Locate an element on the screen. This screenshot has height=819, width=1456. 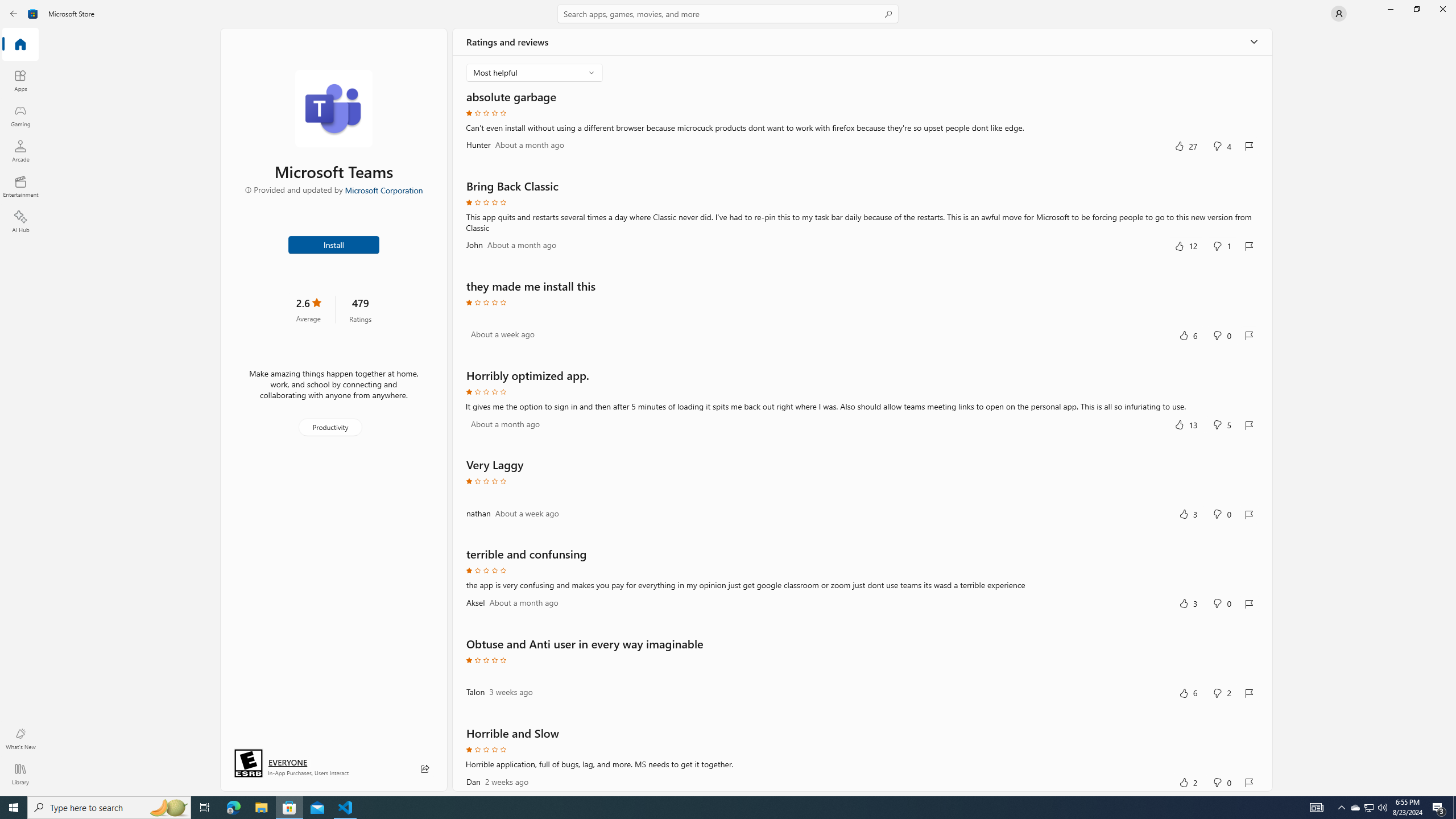
'Entertainment' is located at coordinates (19, 185).